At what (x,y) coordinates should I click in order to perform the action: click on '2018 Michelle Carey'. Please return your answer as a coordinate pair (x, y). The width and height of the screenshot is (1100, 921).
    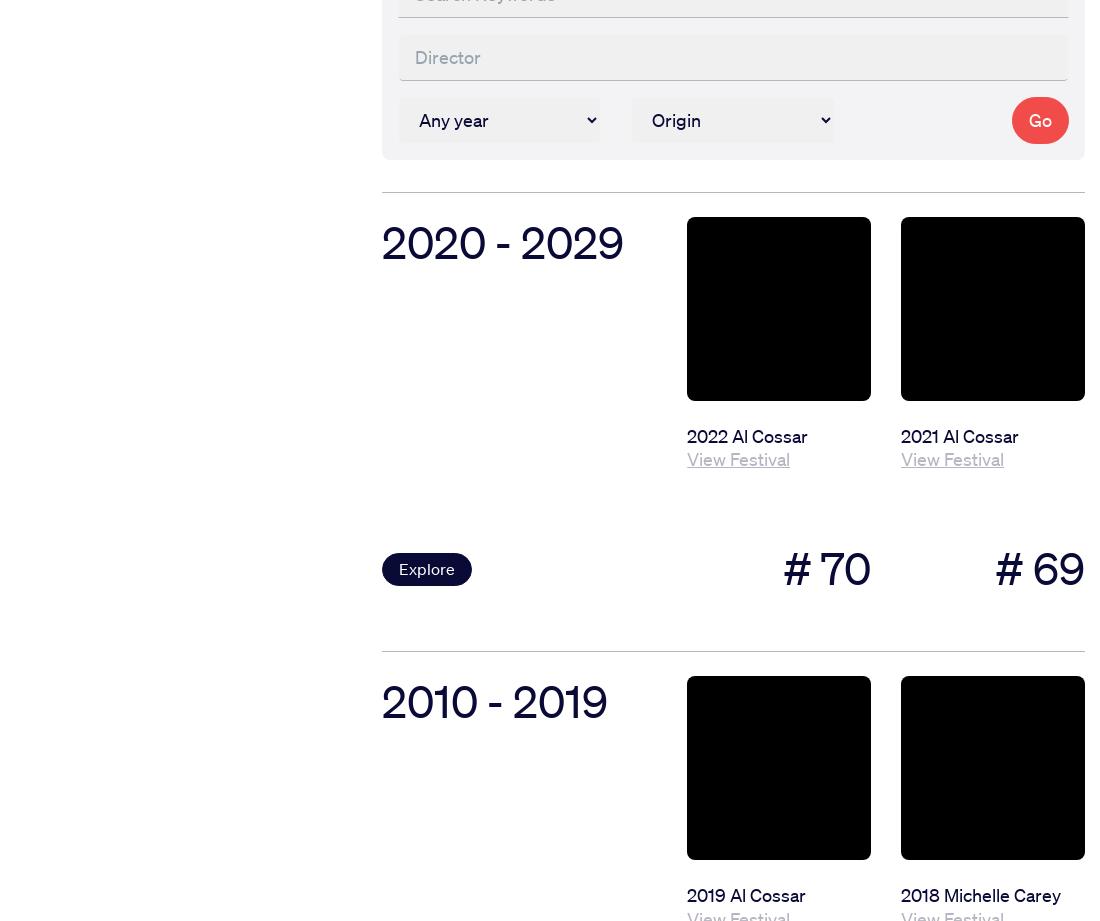
    Looking at the image, I should click on (979, 894).